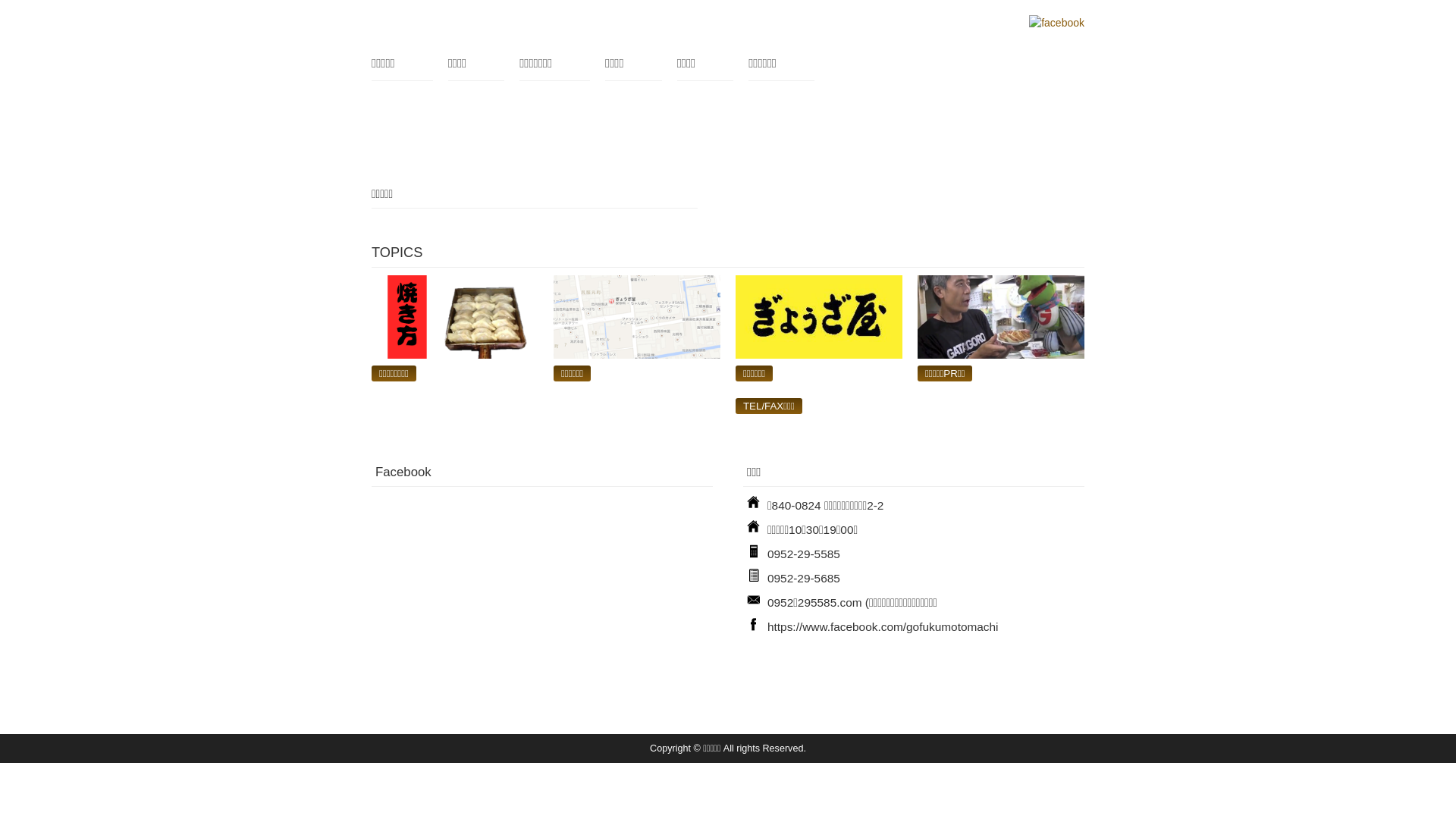 This screenshot has width=1456, height=819. Describe the element at coordinates (883, 626) in the screenshot. I see `'https://www.facebook.com/gofukumotomachi'` at that location.